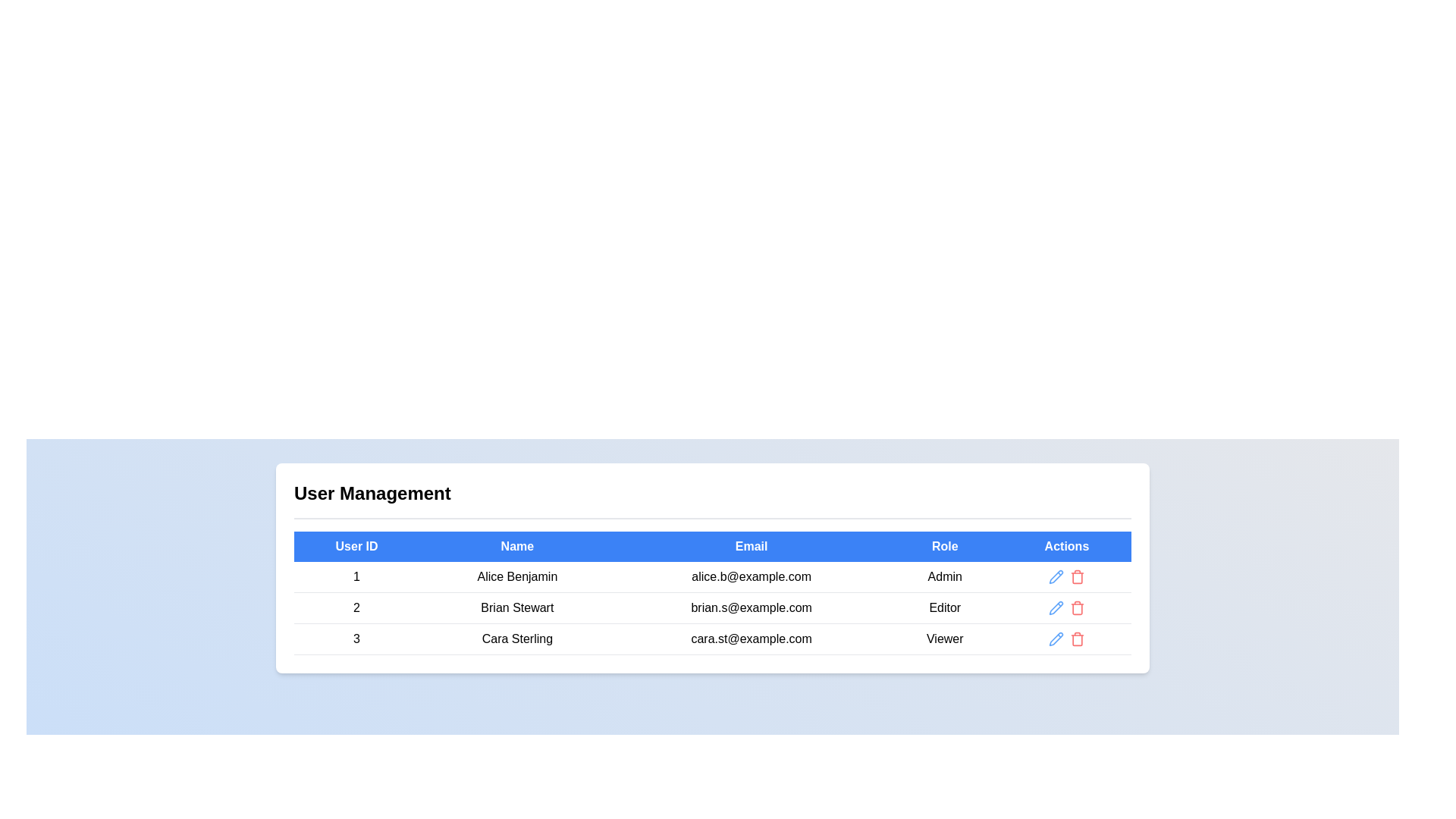 The width and height of the screenshot is (1456, 819). What do you see at coordinates (1065, 639) in the screenshot?
I see `the trash bin icon in the Icon button group located in the last row of the table under the 'Actions' column for the user with the role 'Viewer' and email 'cara.st@example.com'` at bounding box center [1065, 639].